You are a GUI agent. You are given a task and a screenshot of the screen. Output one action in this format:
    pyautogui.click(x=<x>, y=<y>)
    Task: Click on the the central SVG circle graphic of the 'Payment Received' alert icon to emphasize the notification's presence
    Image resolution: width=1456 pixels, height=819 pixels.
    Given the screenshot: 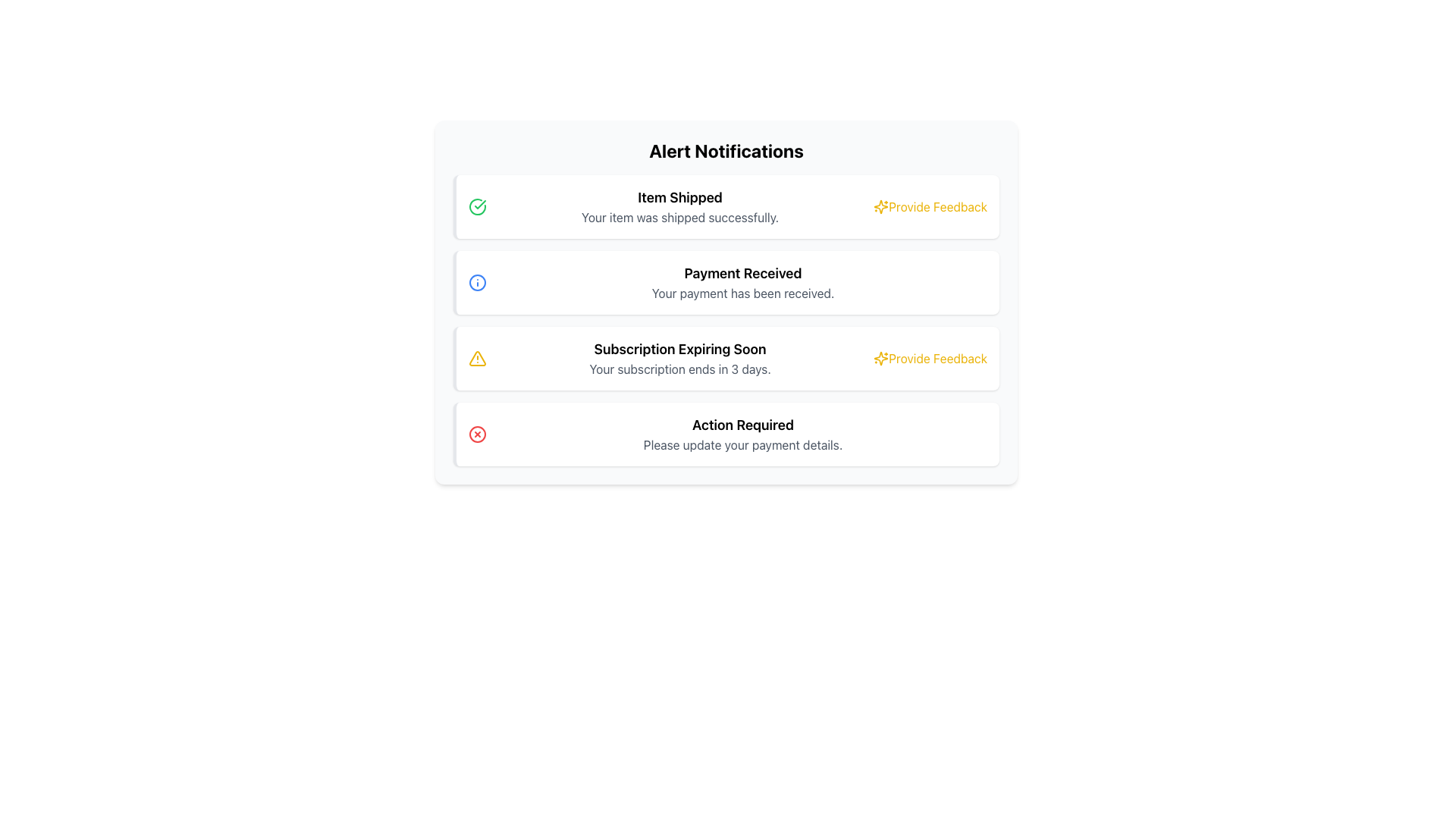 What is the action you would take?
    pyautogui.click(x=476, y=283)
    